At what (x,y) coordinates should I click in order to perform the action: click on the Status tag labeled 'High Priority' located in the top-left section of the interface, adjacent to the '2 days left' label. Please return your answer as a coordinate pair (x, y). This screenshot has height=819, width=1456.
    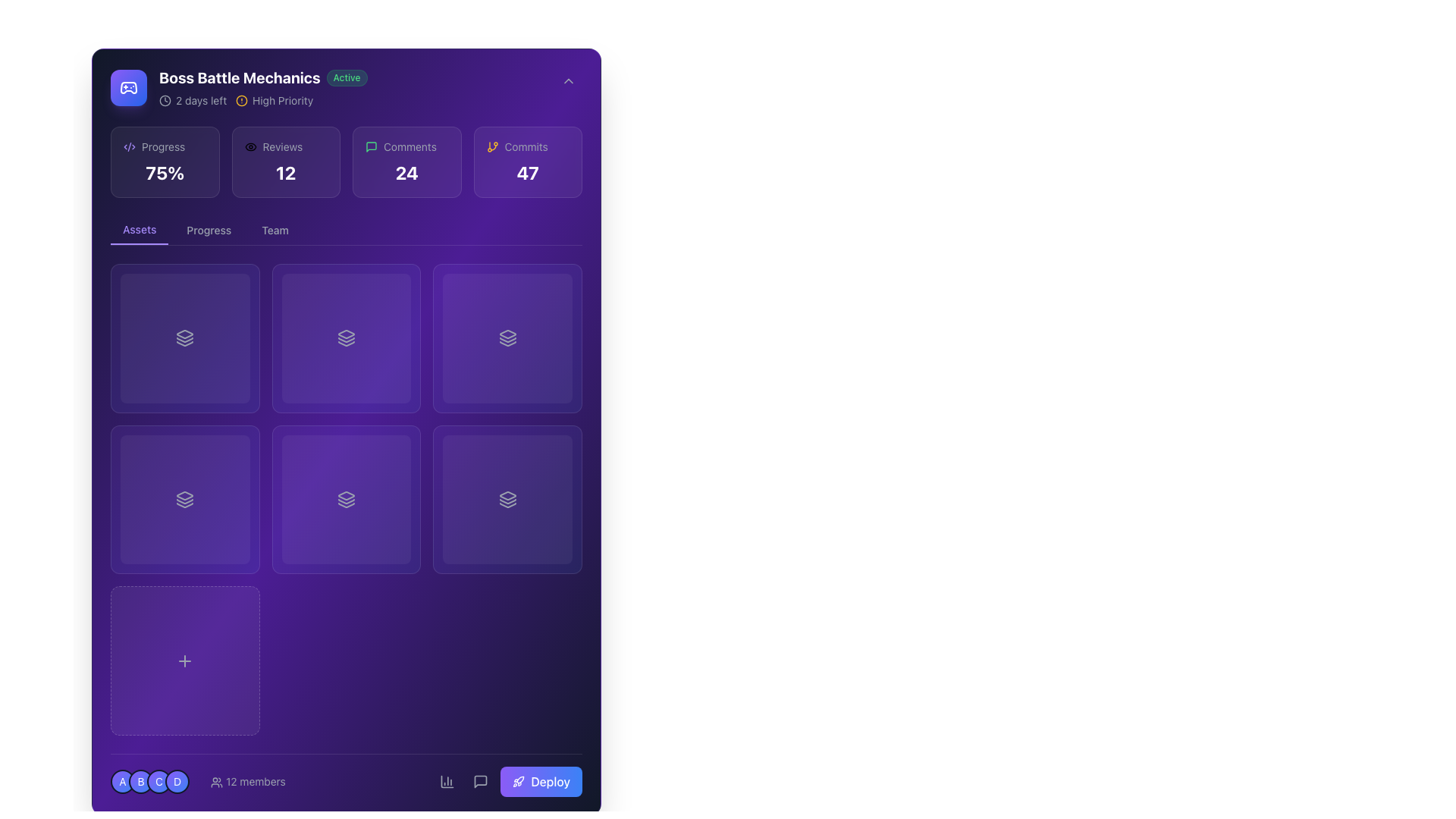
    Looking at the image, I should click on (275, 100).